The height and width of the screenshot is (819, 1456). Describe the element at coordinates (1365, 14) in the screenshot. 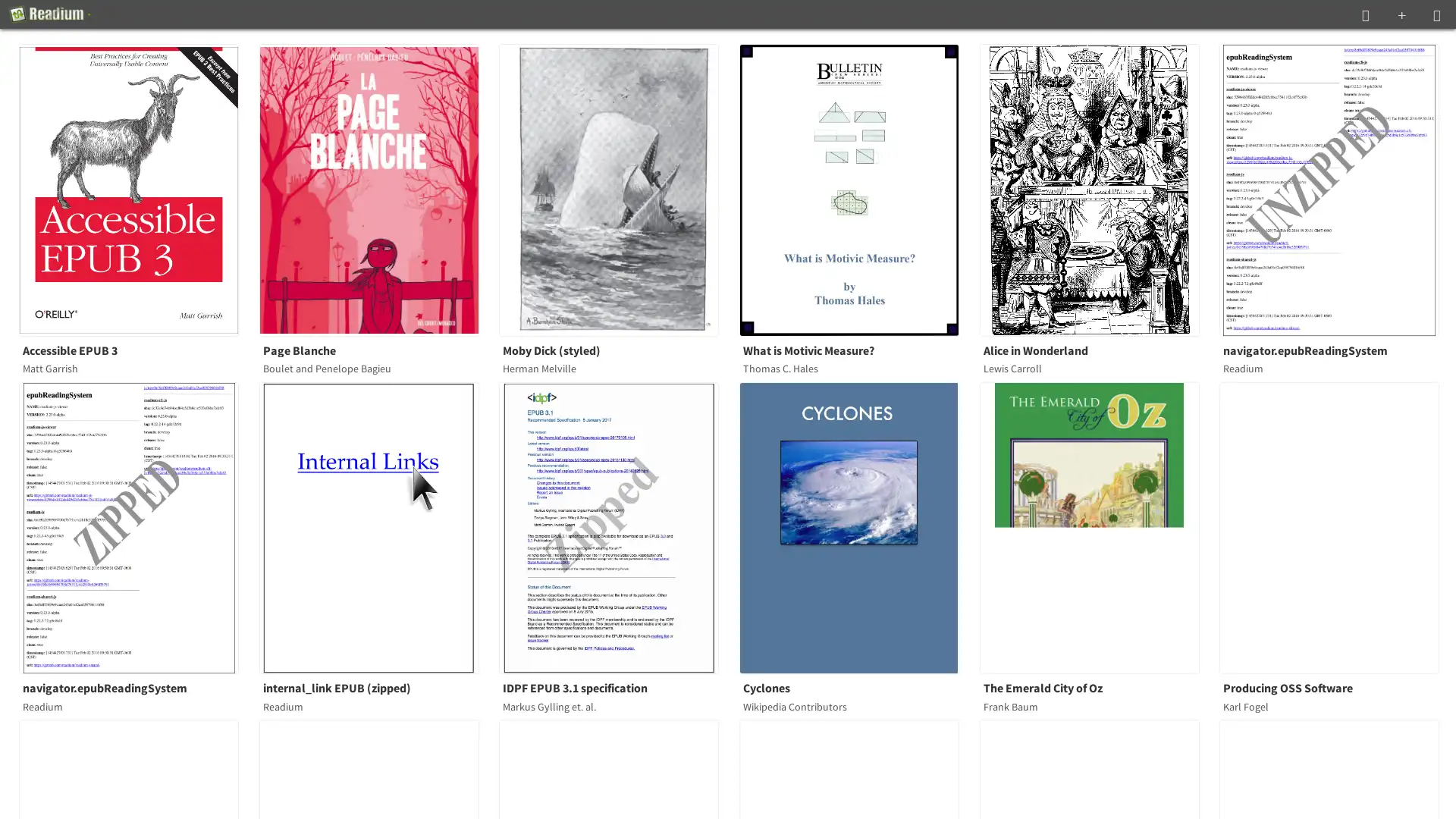

I see `List View` at that location.